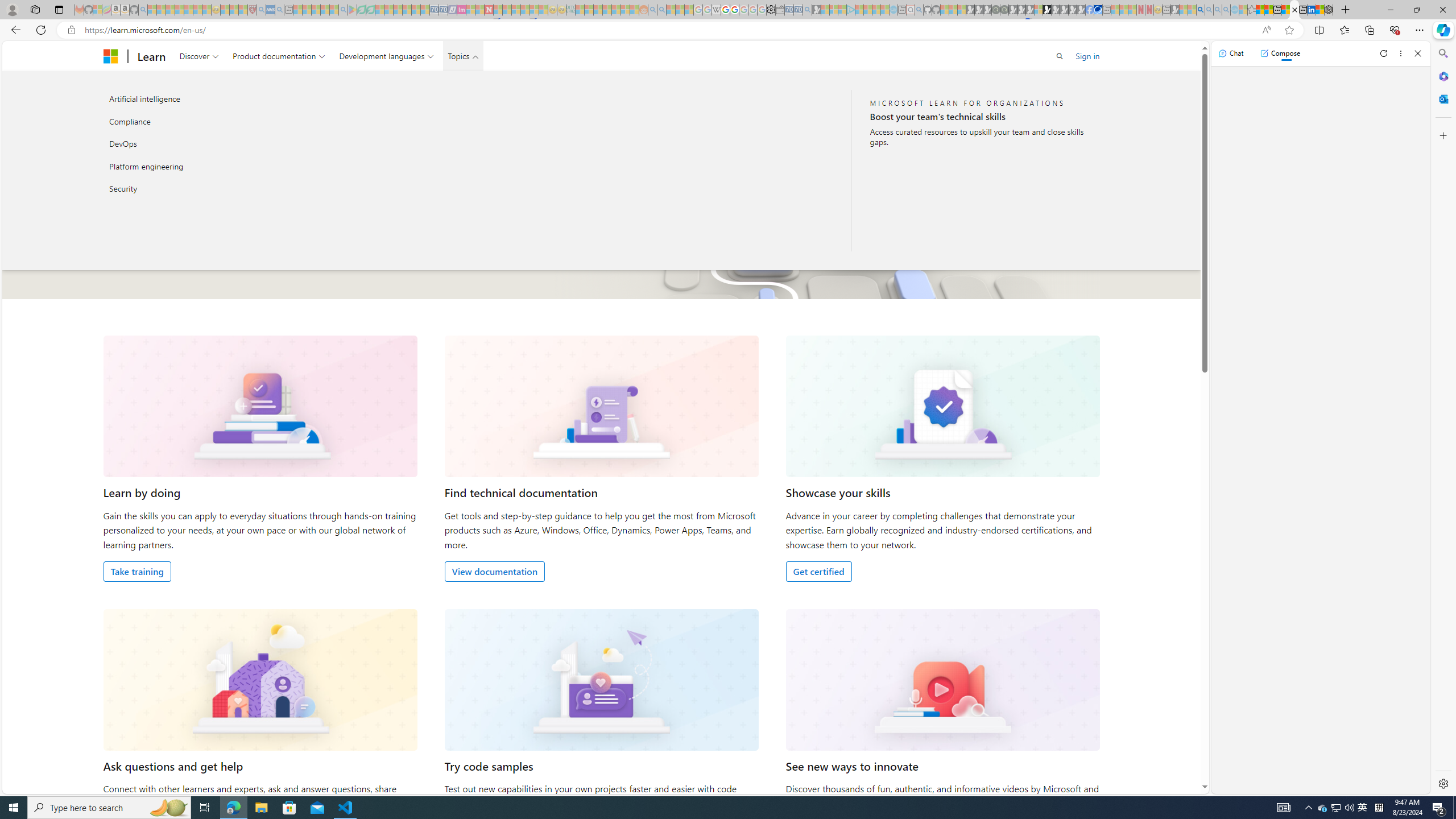 The height and width of the screenshot is (819, 1456). I want to click on 'AQI & Health | AirNow.gov', so click(1098, 9).